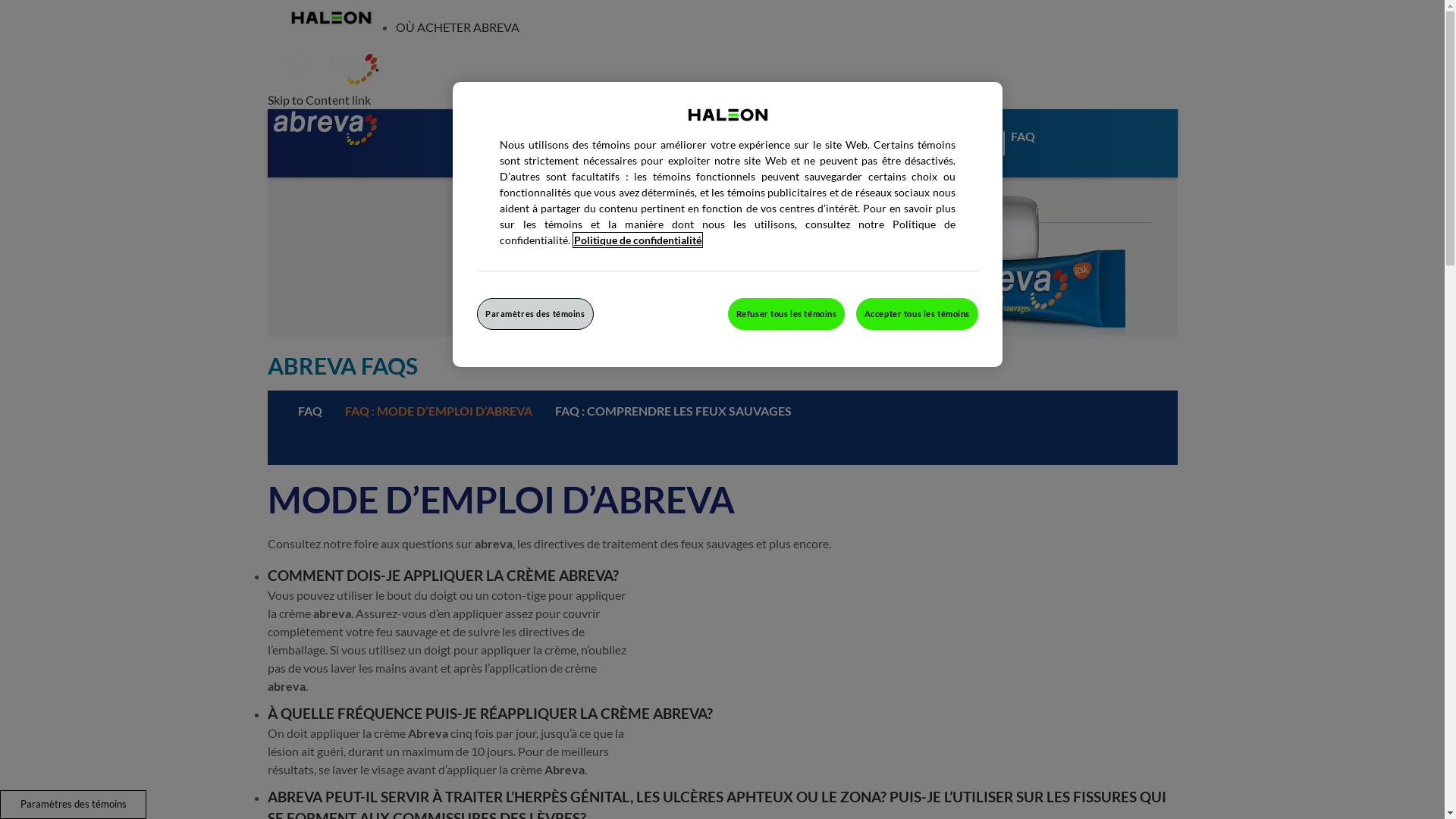  What do you see at coordinates (1144, 209) in the screenshot?
I see `'Recherche'` at bounding box center [1144, 209].